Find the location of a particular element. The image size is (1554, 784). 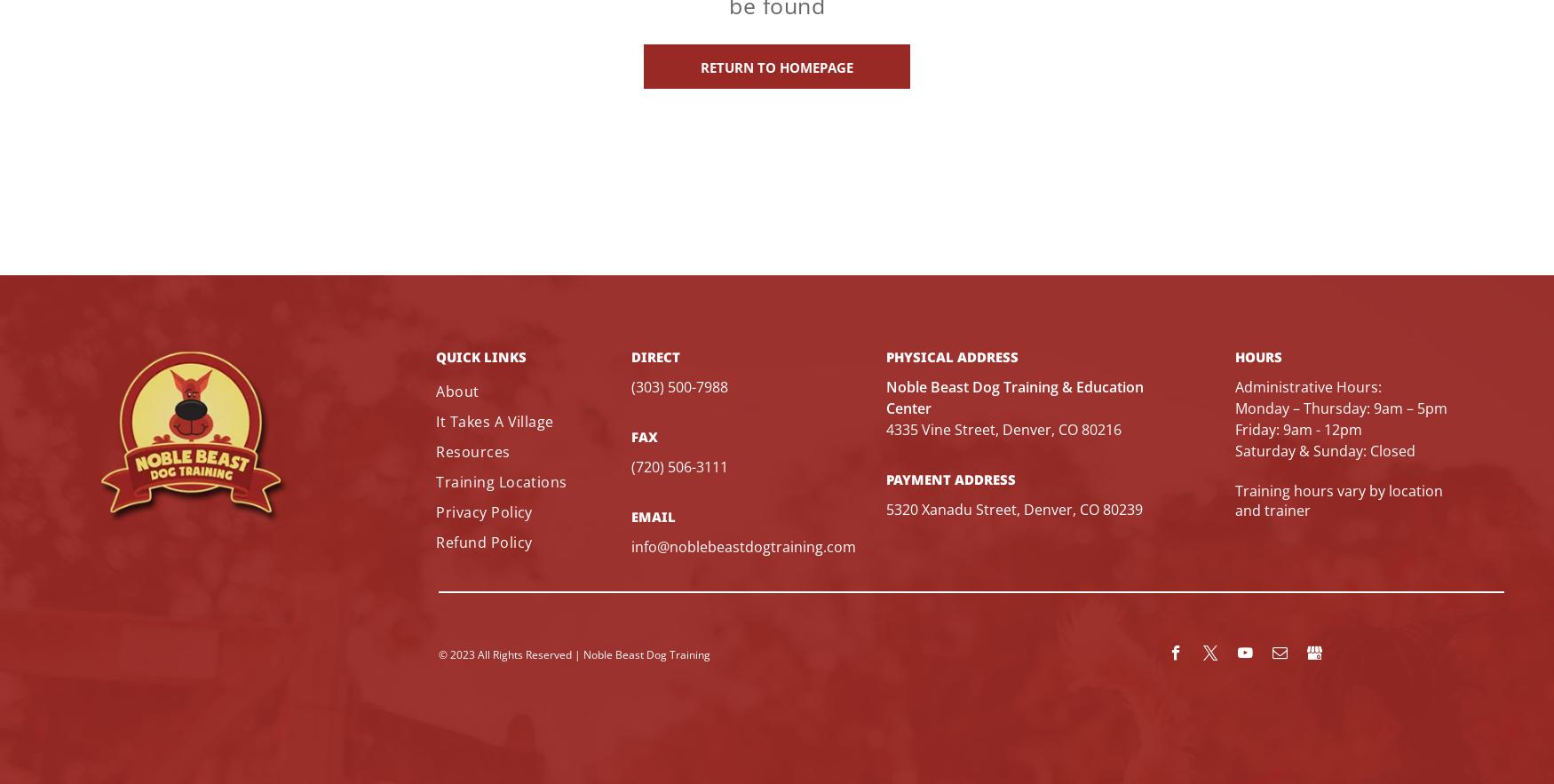

'direct' is located at coordinates (655, 354).